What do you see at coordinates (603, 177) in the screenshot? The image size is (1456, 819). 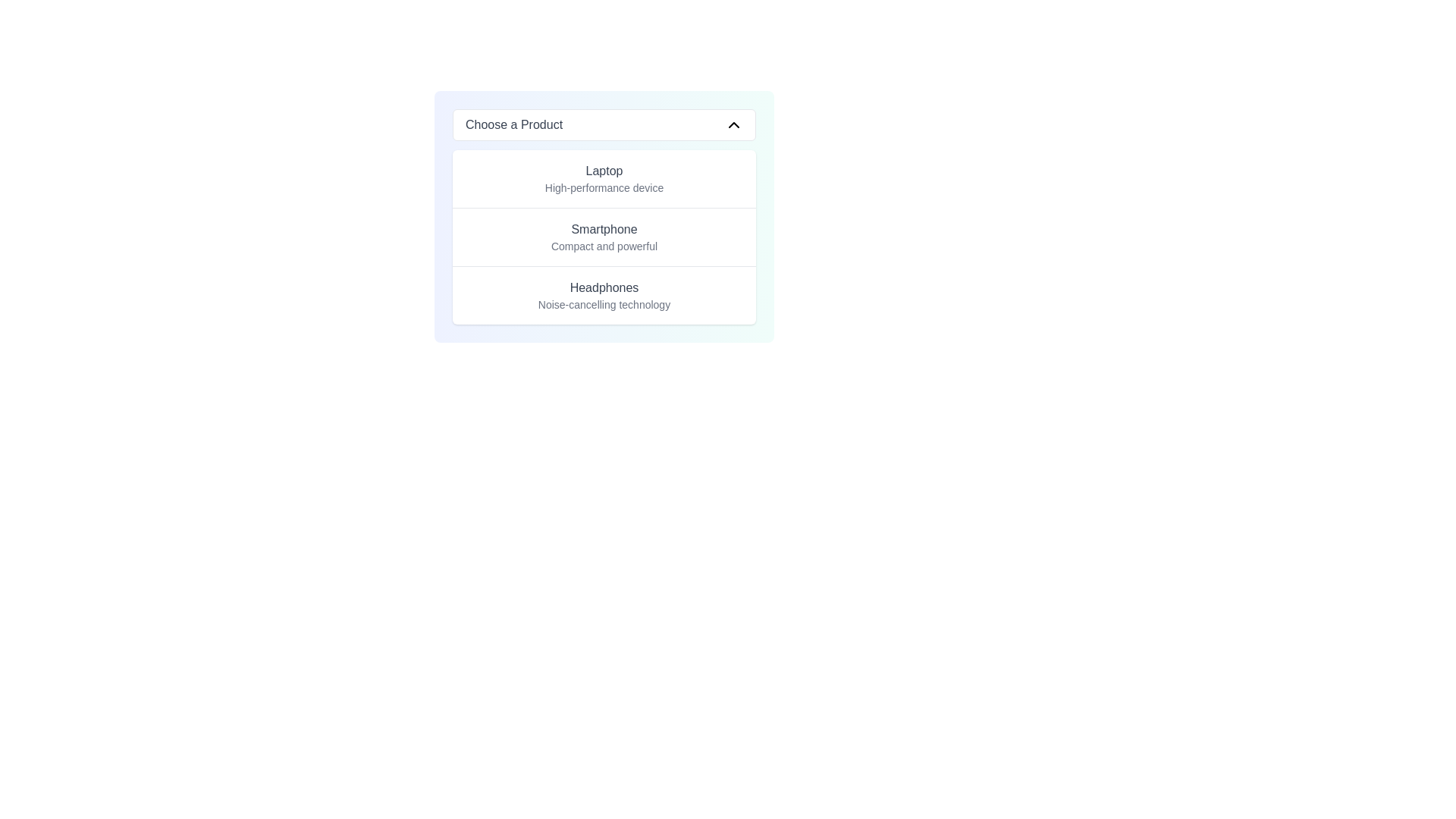 I see `the first selectable list item in the dropdown menu, which features a text heading 'Laptop' and a descriptive phrase 'High-performance device'` at bounding box center [603, 177].